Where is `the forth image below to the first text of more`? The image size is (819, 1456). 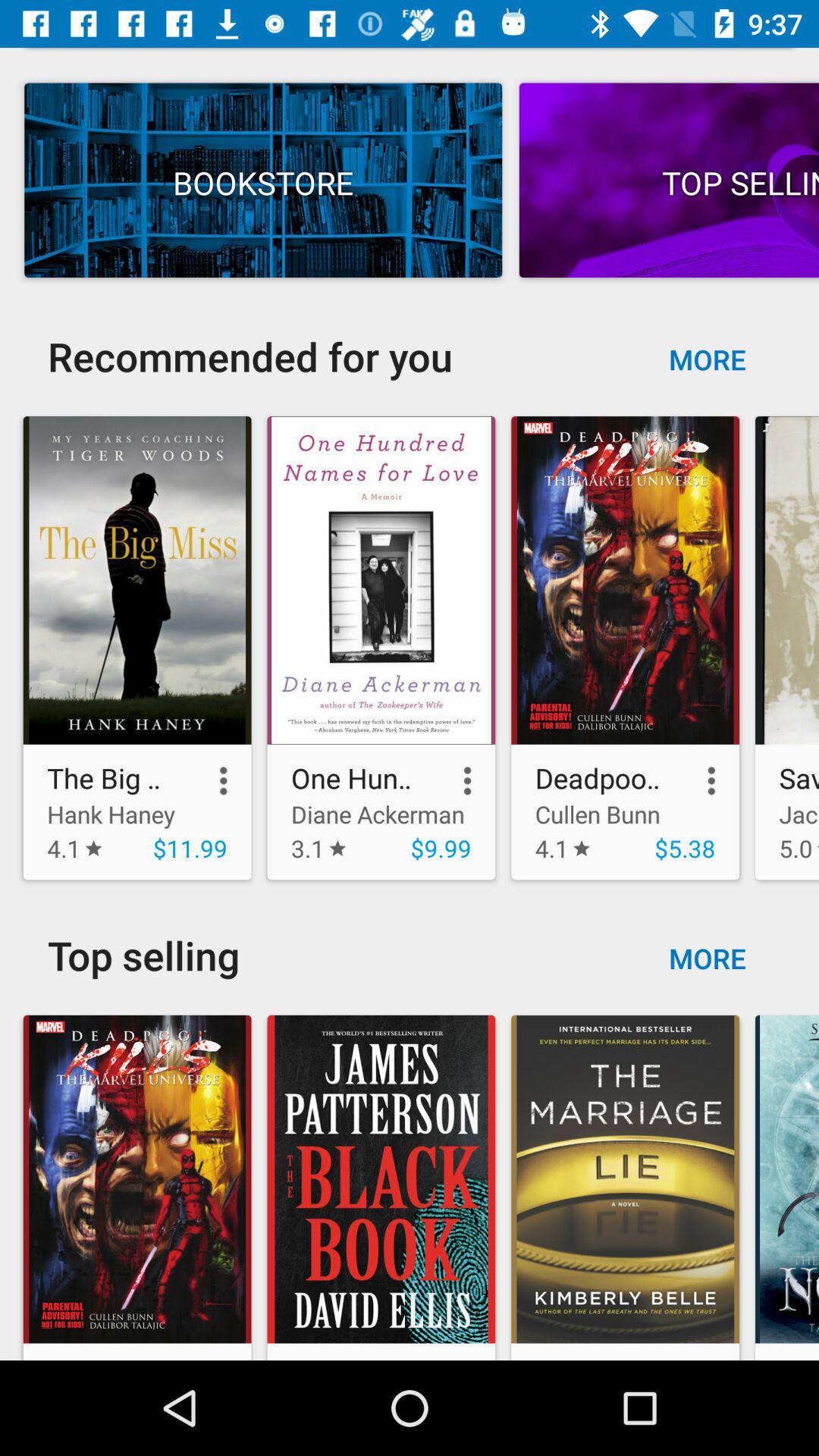 the forth image below to the first text of more is located at coordinates (783, 648).